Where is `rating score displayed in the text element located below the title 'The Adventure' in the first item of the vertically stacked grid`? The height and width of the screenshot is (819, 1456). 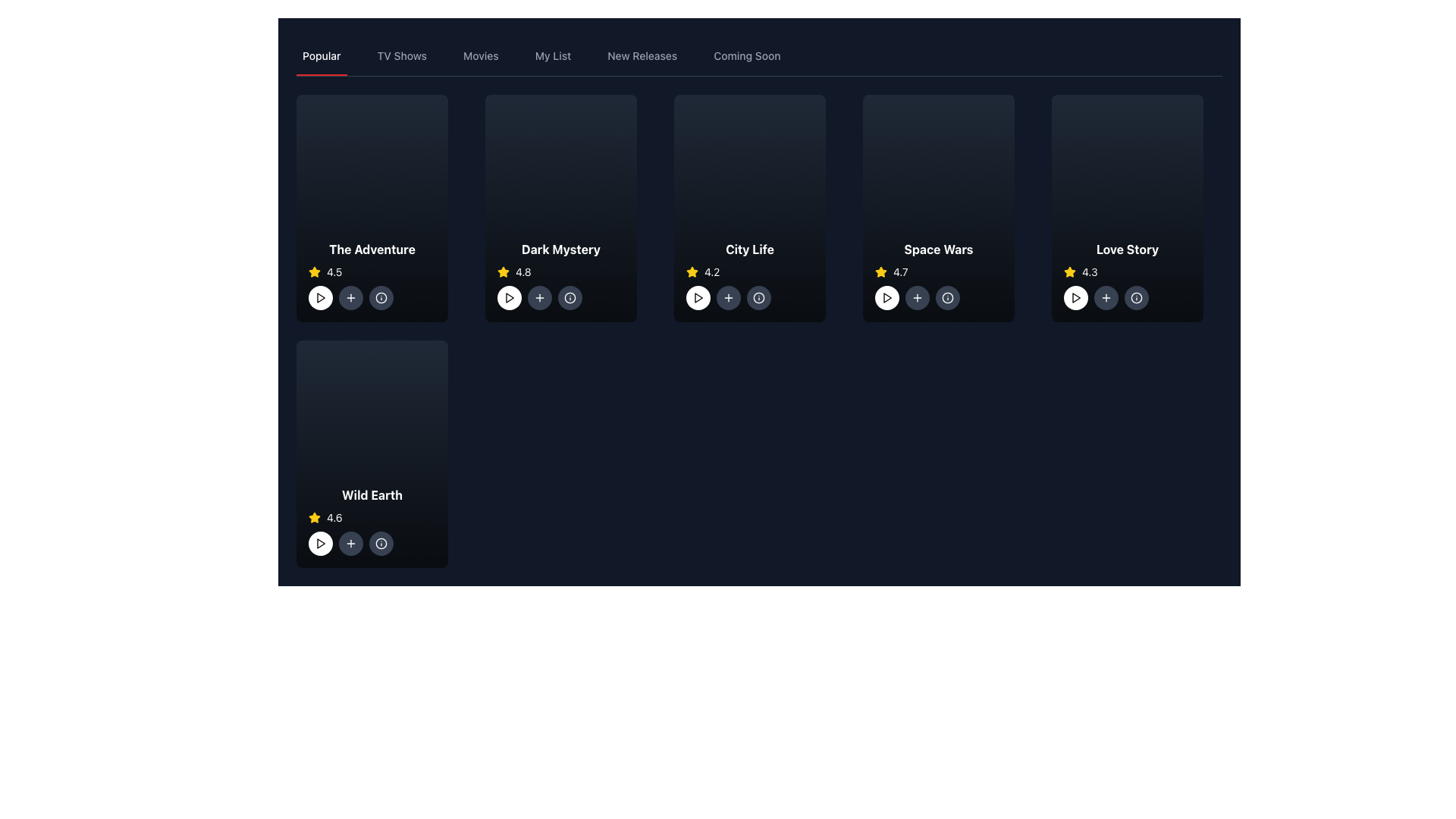 rating score displayed in the text element located below the title 'The Adventure' in the first item of the vertically stacked grid is located at coordinates (334, 271).